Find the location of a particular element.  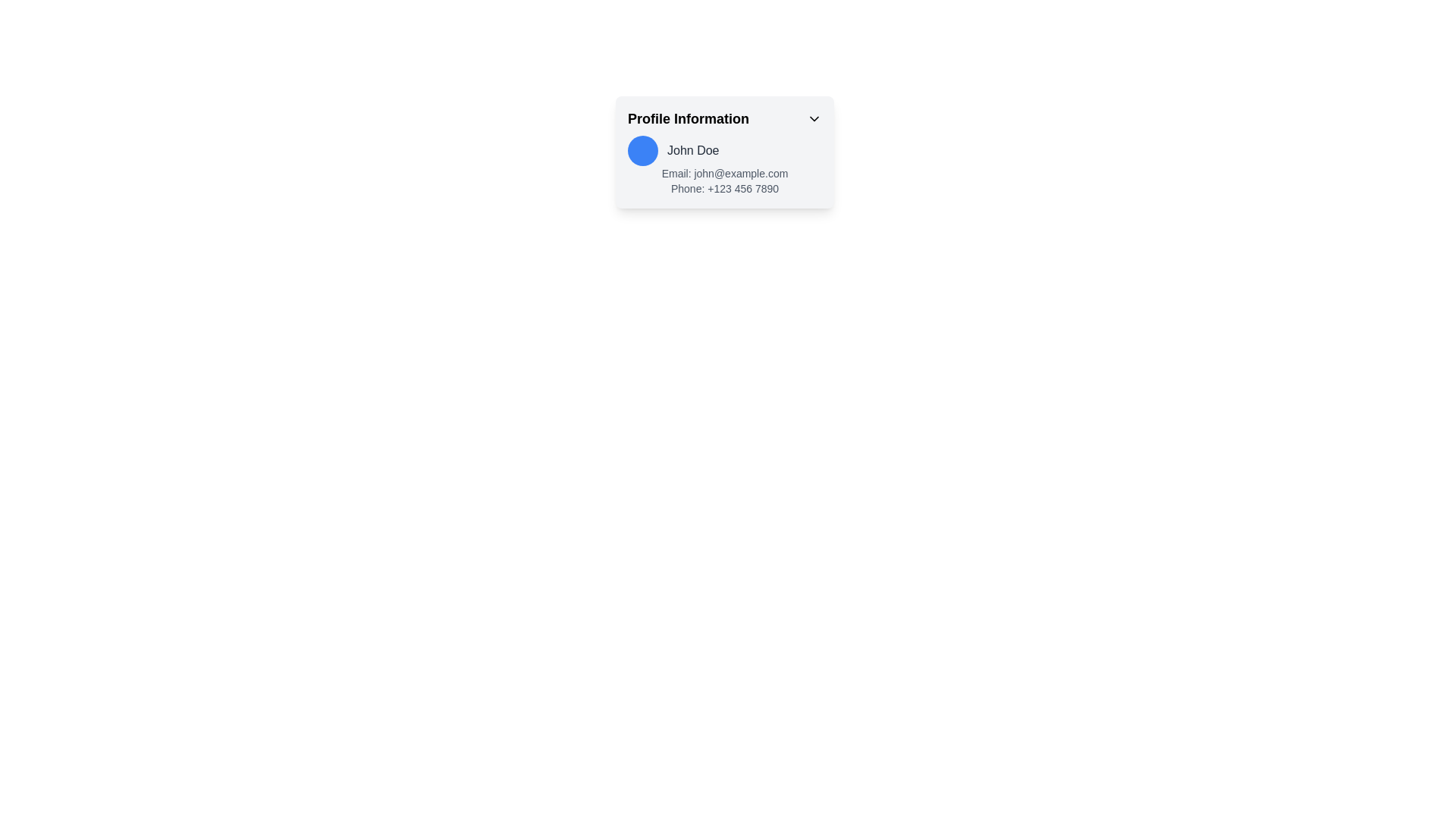

the 'Profile Information' toggleable header element, which is a bold, large text label accompanied by a chevron-down icon, positioned at the top center of a rounded rectangular card is located at coordinates (723, 118).